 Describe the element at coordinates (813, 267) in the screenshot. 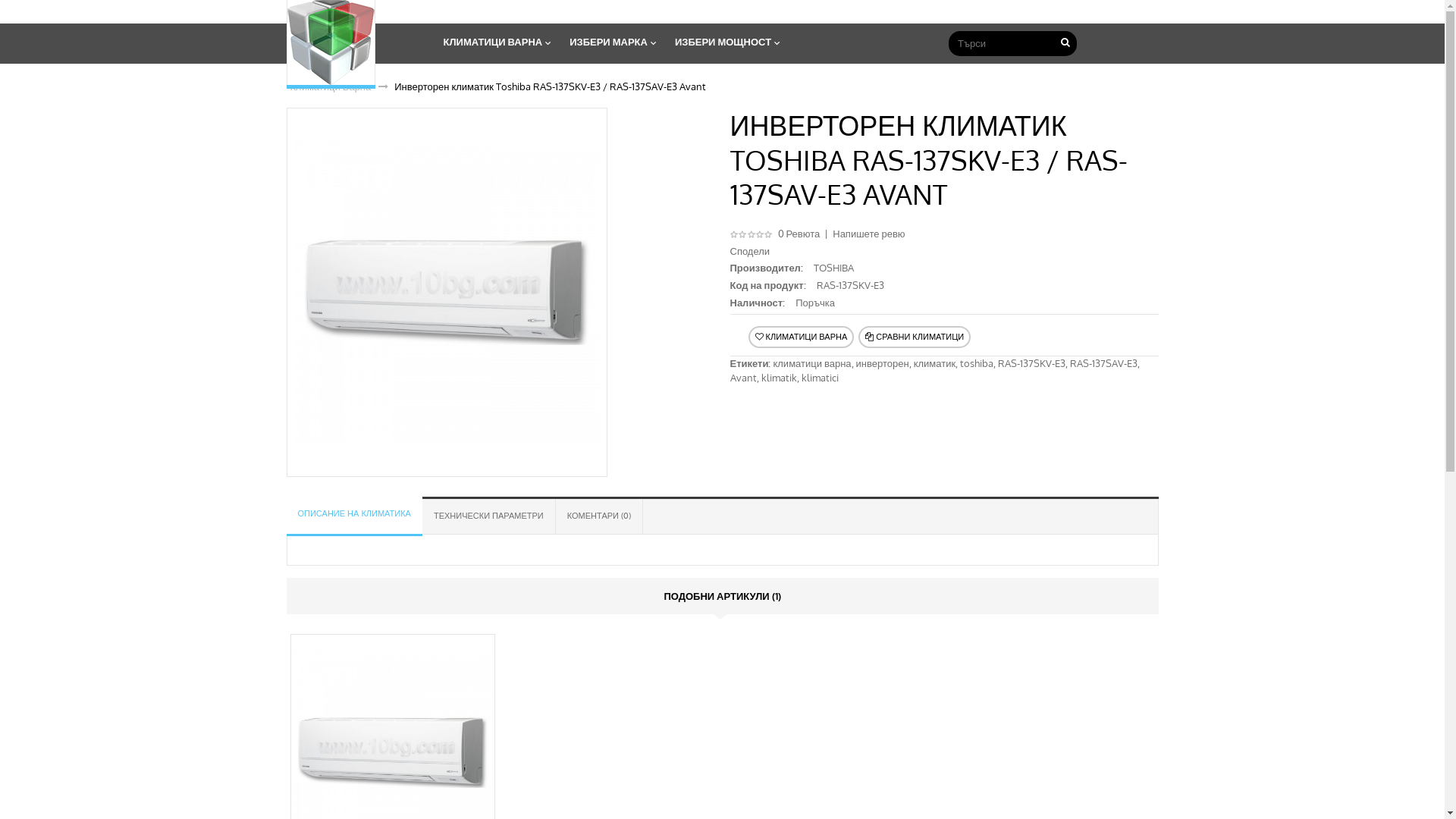

I see `'TOSHIBA'` at that location.